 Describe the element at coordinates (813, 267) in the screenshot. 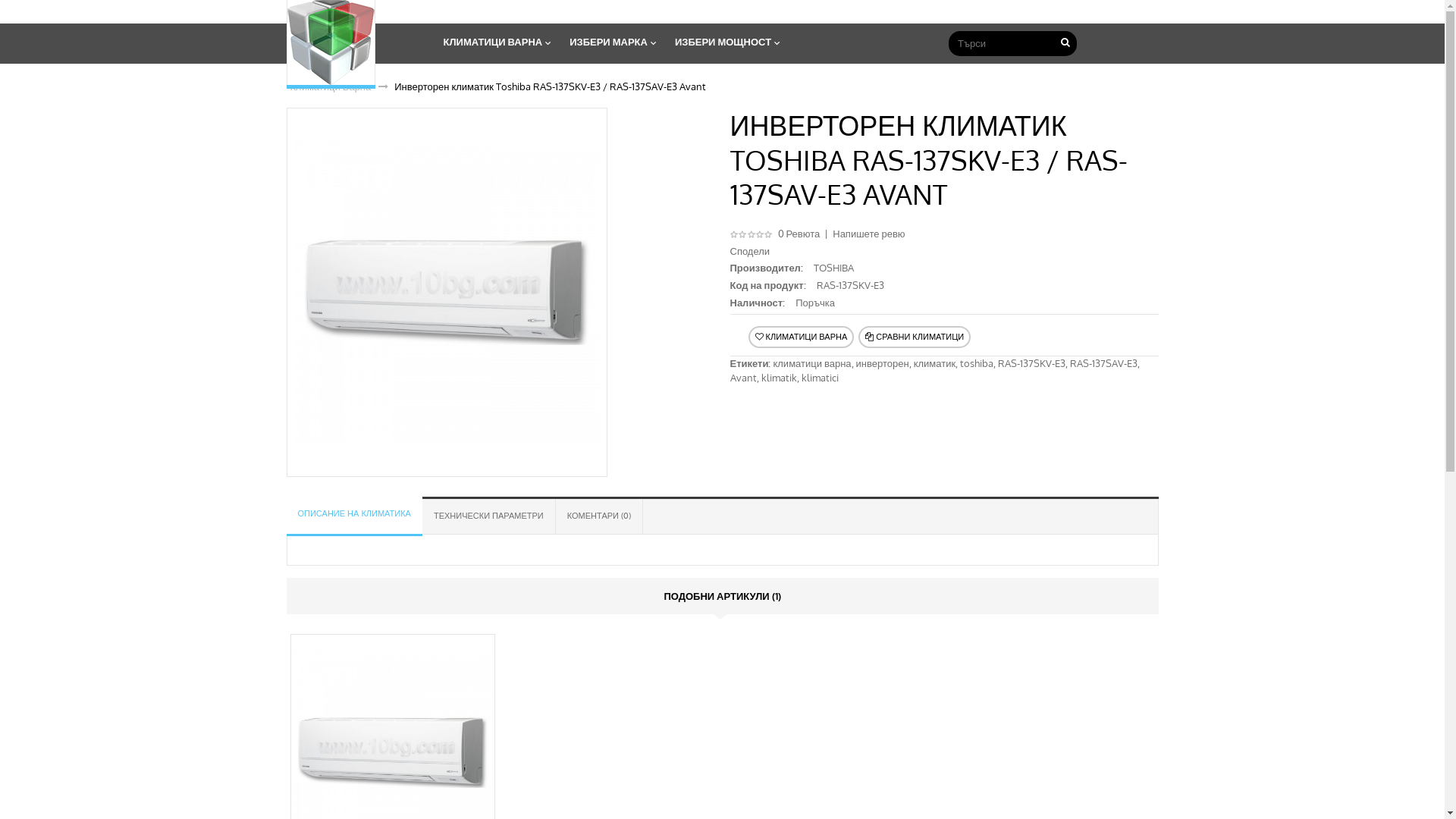

I see `'TOSHIBA'` at that location.